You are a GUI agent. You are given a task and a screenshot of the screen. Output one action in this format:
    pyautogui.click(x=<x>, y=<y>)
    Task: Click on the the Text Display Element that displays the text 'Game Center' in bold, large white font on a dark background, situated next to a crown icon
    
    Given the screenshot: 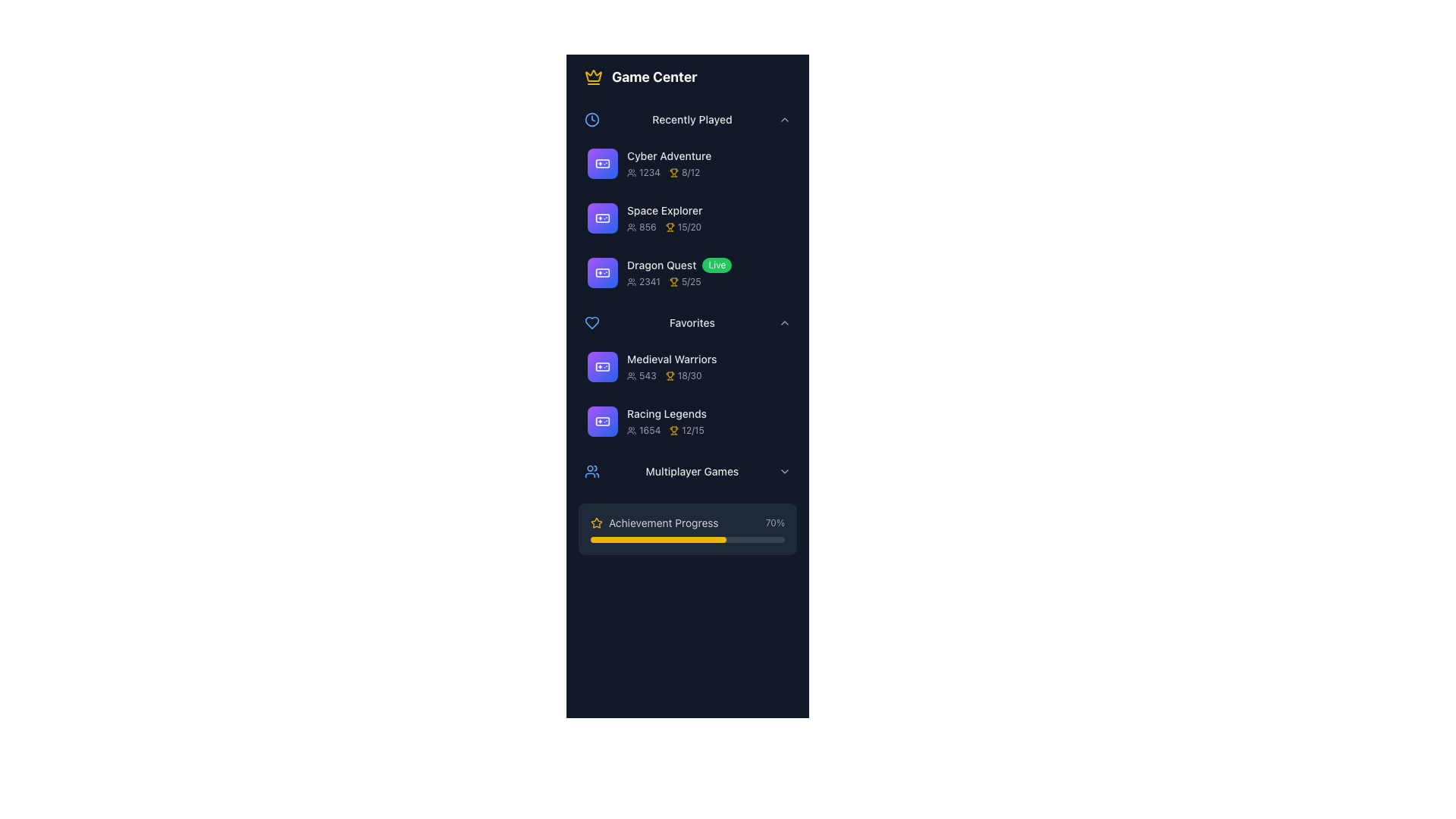 What is the action you would take?
    pyautogui.click(x=654, y=77)
    